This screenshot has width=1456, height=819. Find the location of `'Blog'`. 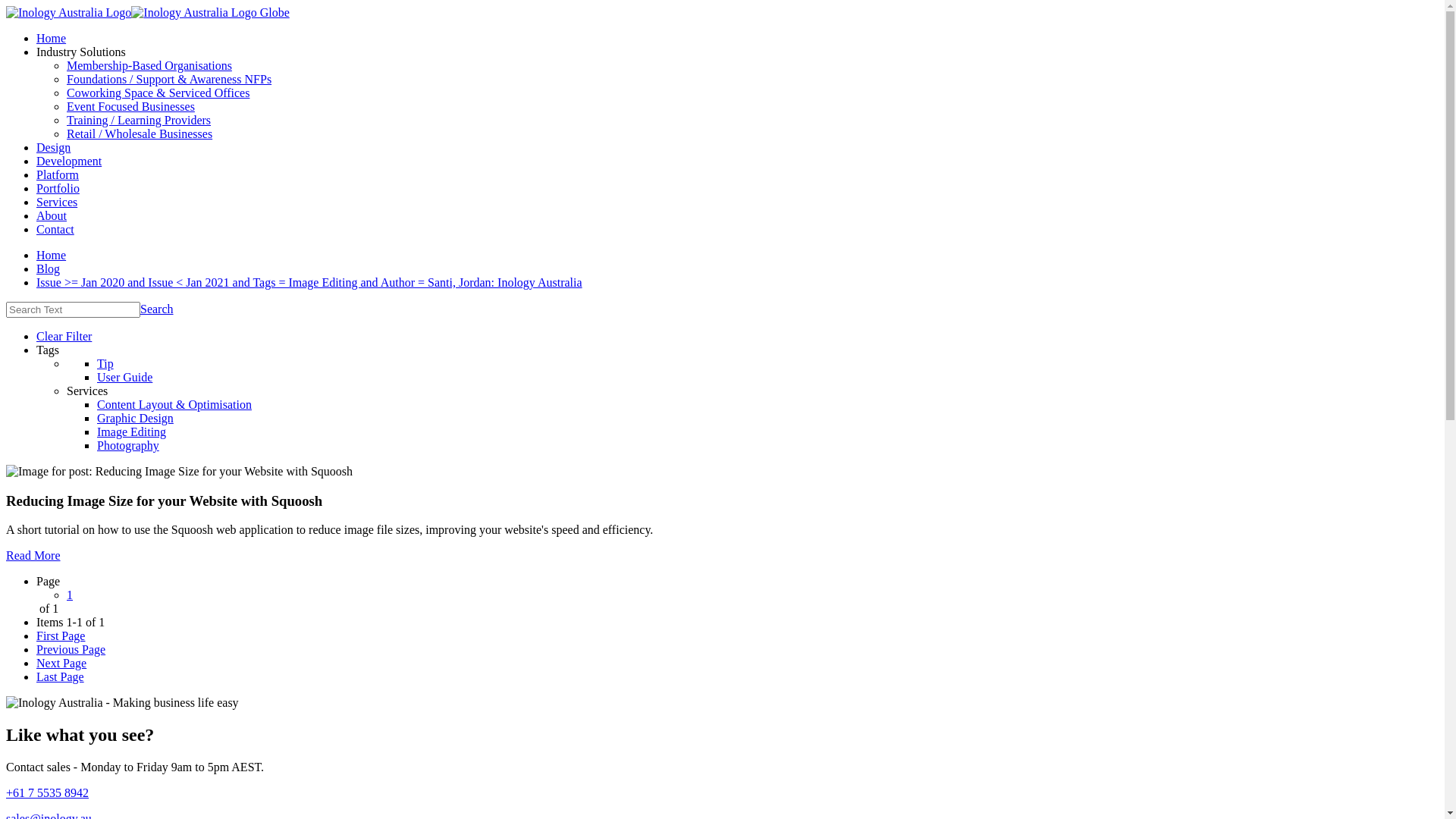

'Blog' is located at coordinates (48, 268).